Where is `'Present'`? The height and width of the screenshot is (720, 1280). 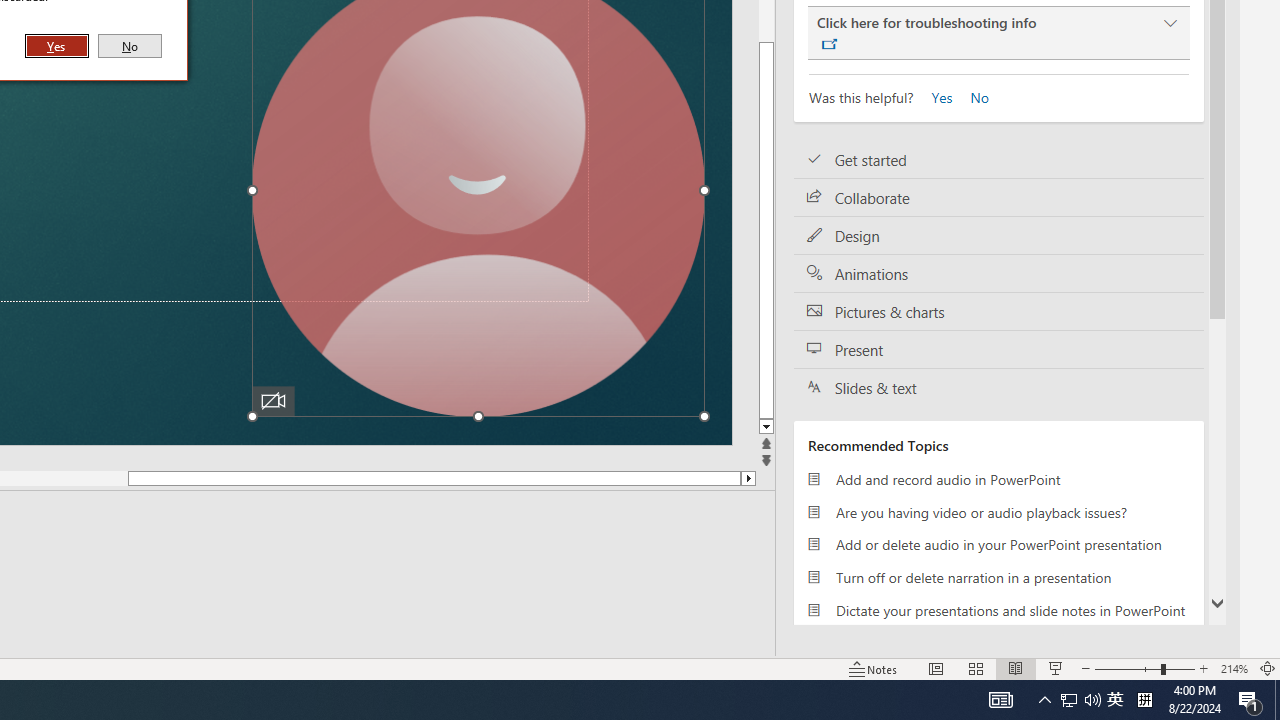
'Present' is located at coordinates (999, 348).